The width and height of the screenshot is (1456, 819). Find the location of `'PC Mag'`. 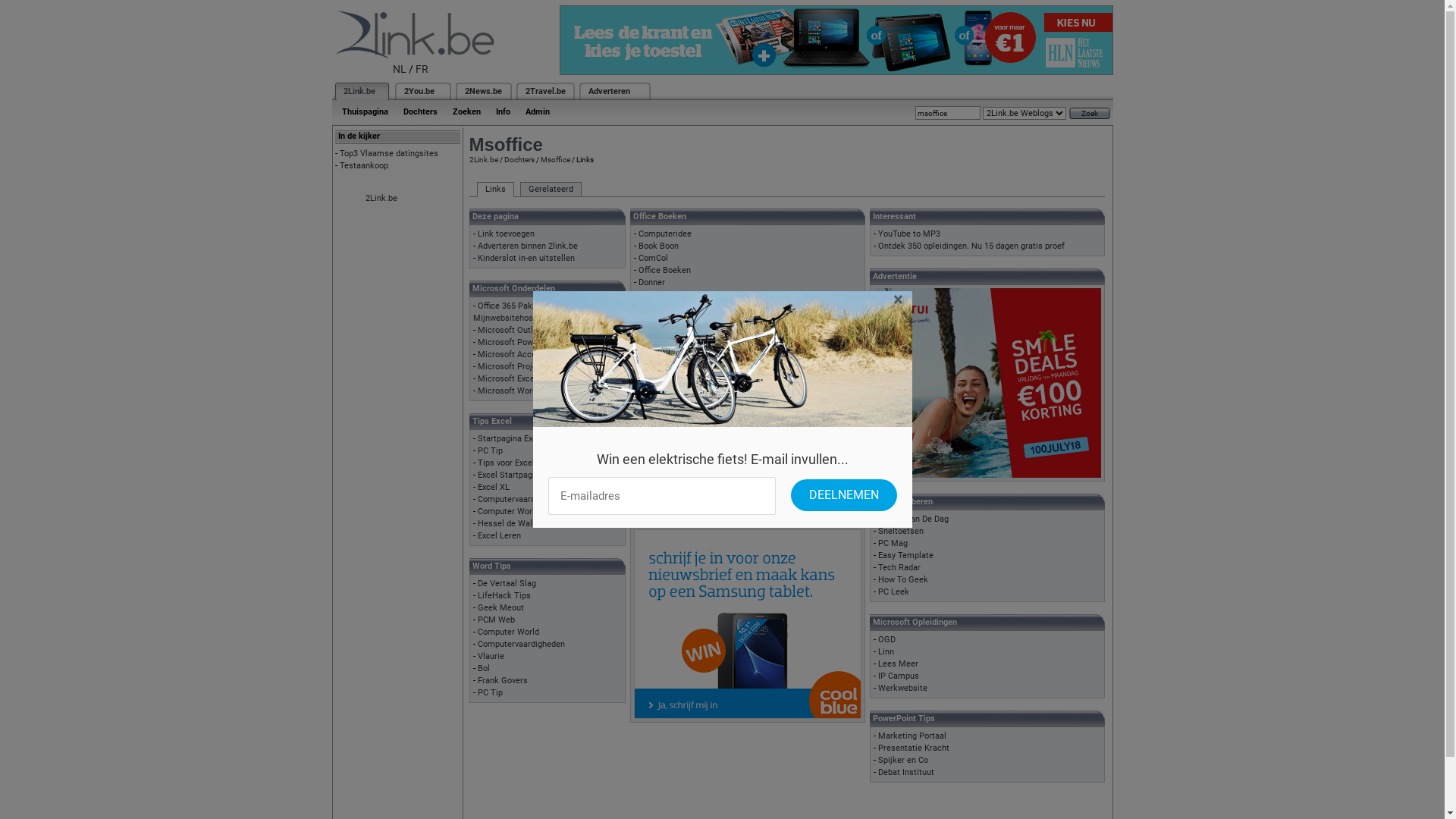

'PC Mag' is located at coordinates (893, 542).